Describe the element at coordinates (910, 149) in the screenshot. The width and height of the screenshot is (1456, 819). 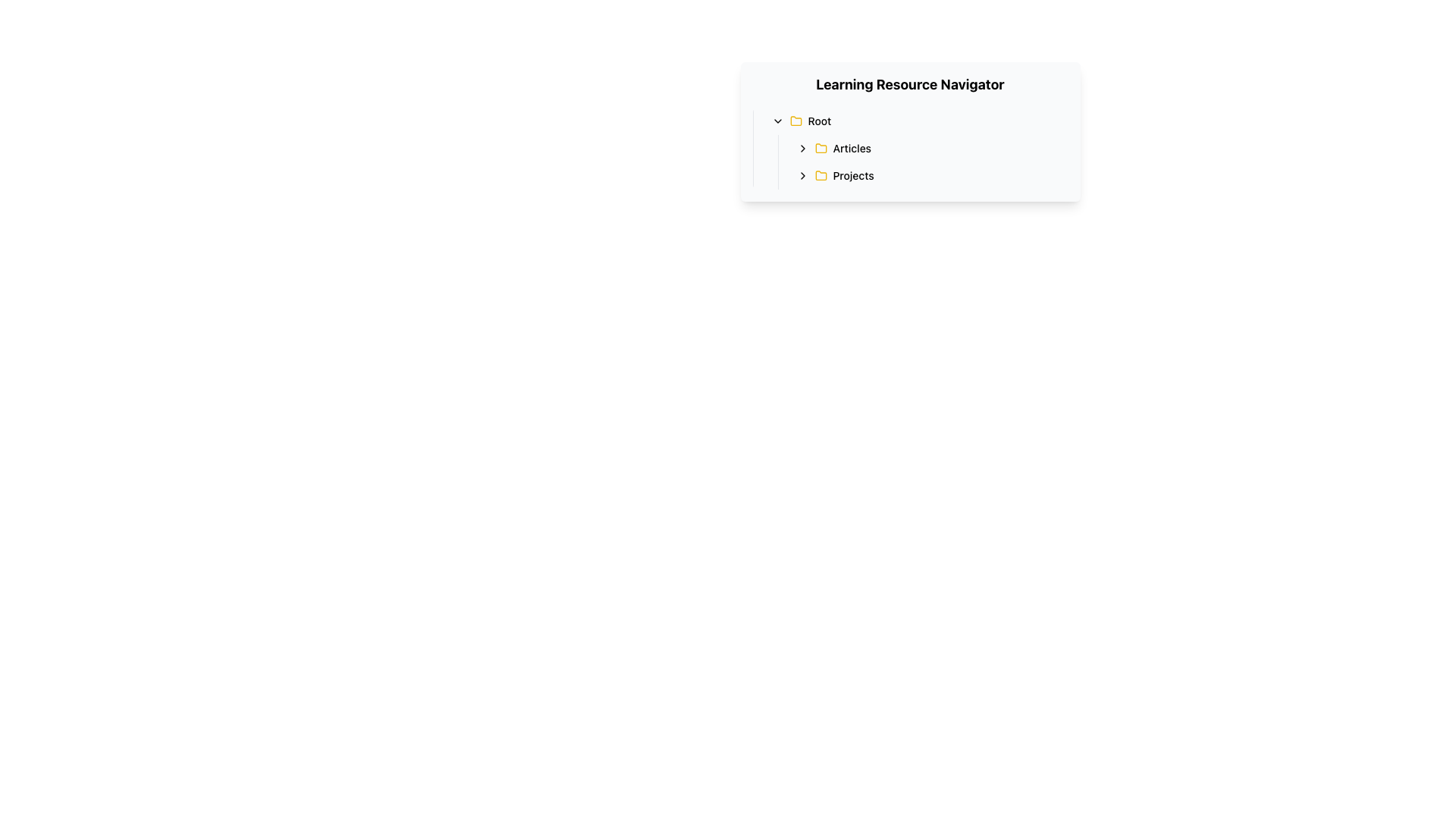
I see `the navigation module in the 'Learning Resource Navigator'` at that location.